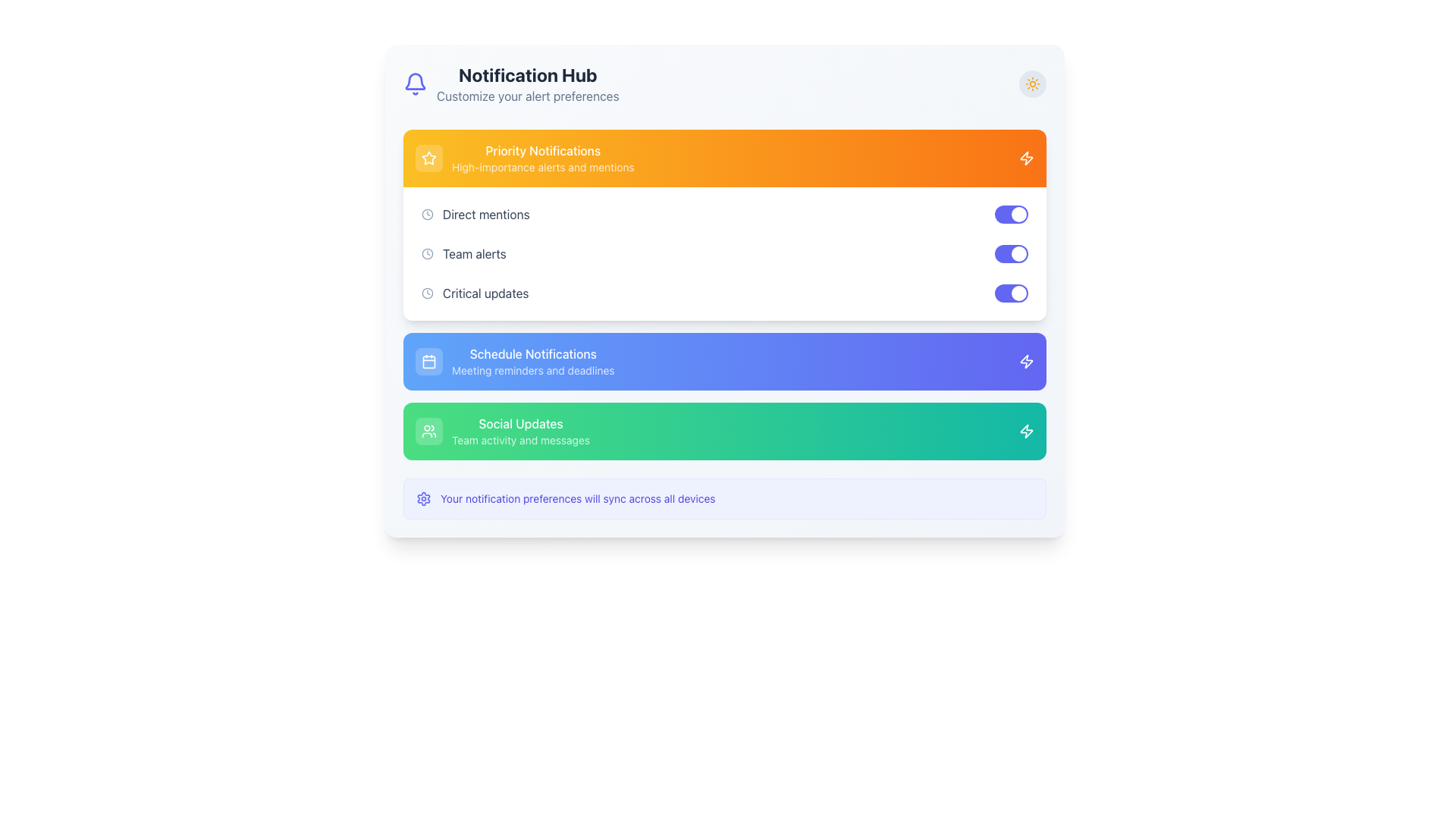 Image resolution: width=1456 pixels, height=819 pixels. I want to click on the list item labeled 'Schedule Notifications' which features a calendar icon and white text for selecting or expanding its details, so click(515, 362).